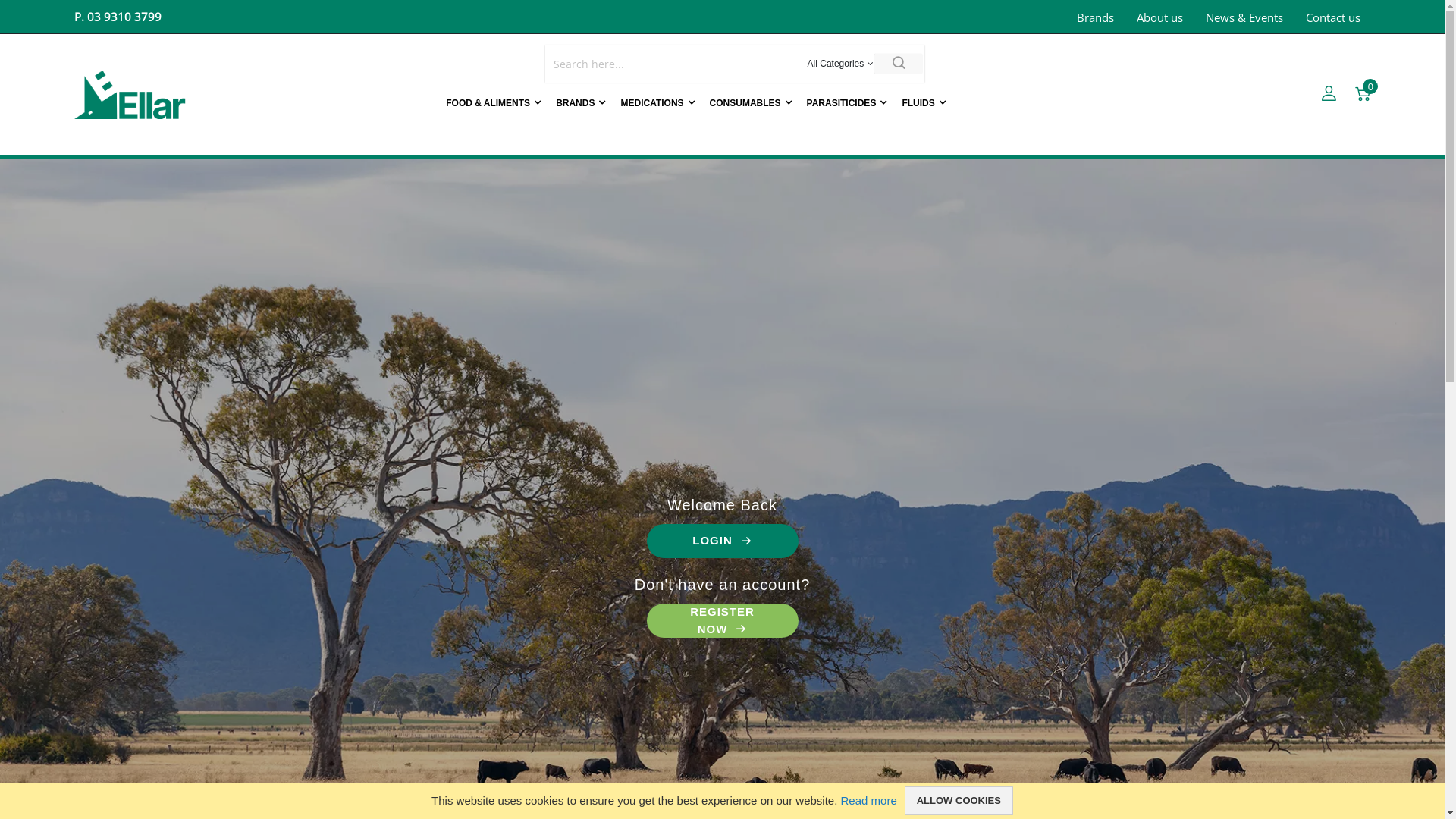  I want to click on 'ALLOW COOKIES', so click(958, 800).